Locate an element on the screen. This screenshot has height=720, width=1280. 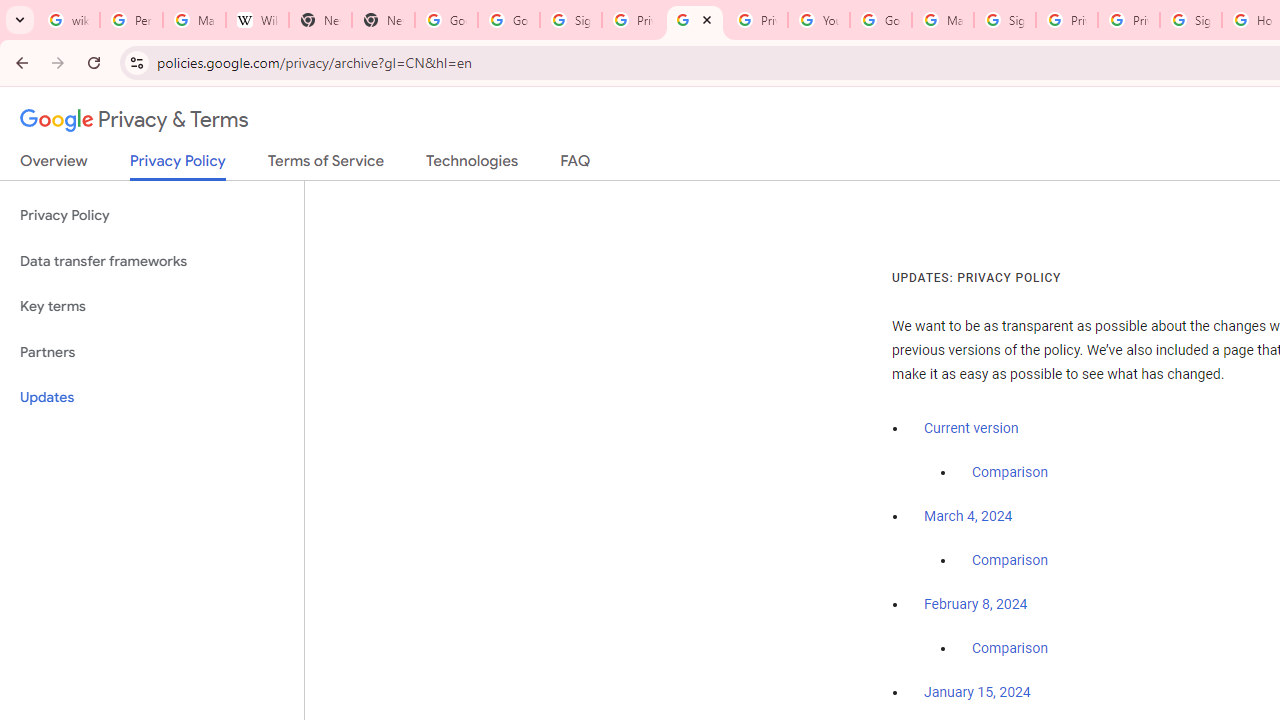
'Overview' is located at coordinates (54, 164).